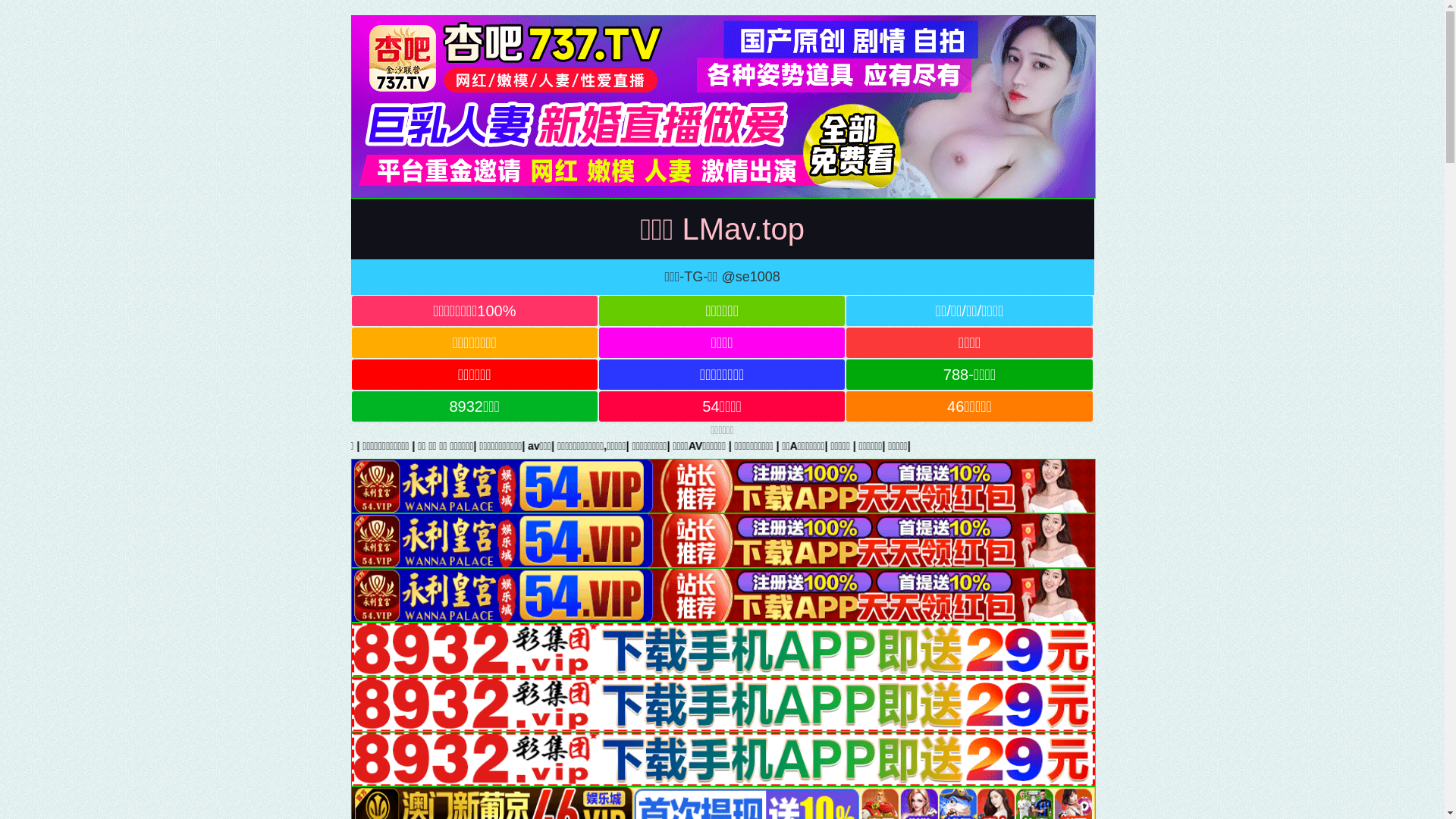  I want to click on '|', so click(939, 444).